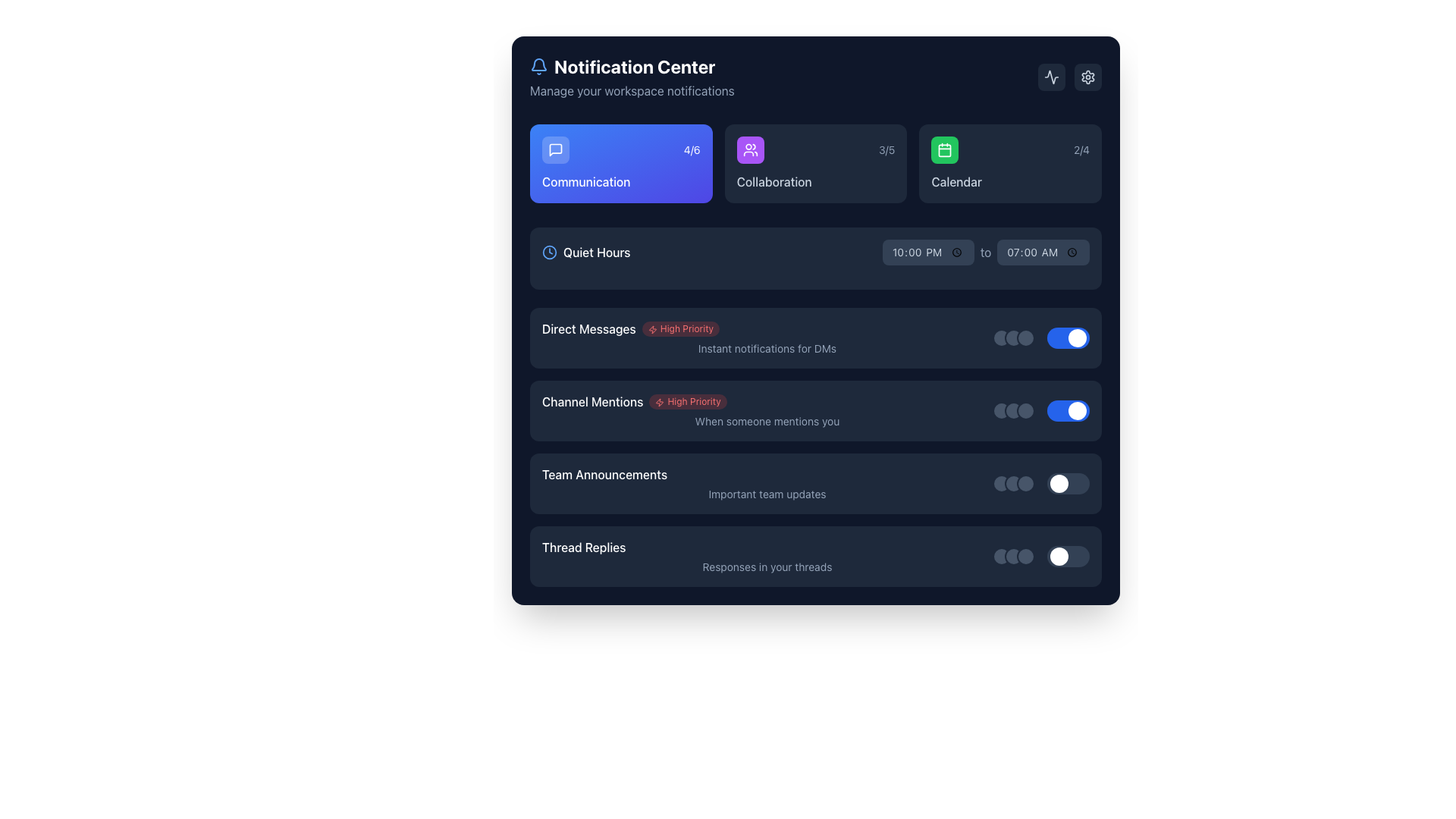  Describe the element at coordinates (660, 401) in the screenshot. I see `the visual cue provided by the lightning bolt icon styled as an SVG graphic, which is located within the 'High Priority' label` at that location.